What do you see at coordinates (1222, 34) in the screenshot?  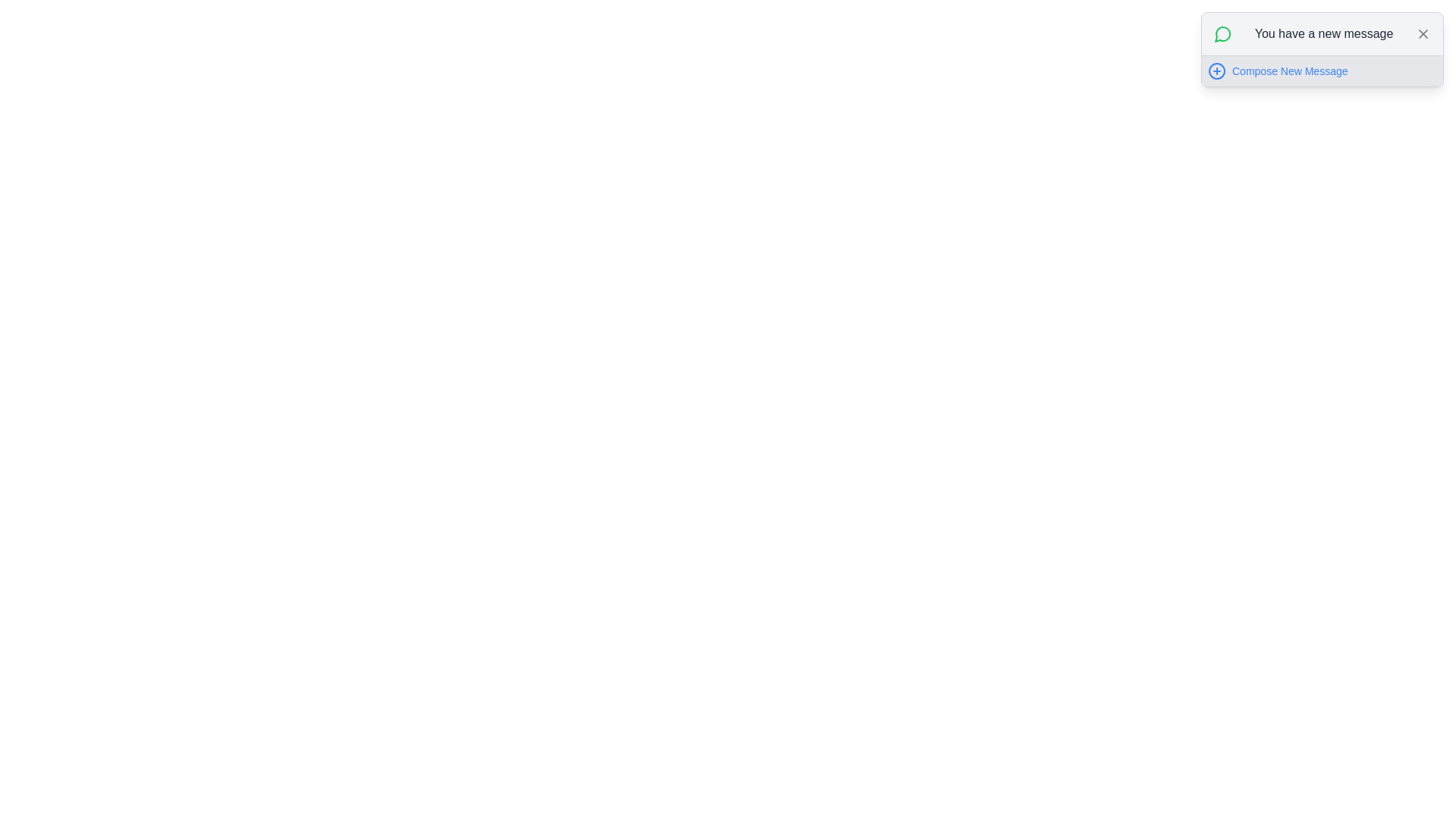 I see `the messaging notification icon located at the left side of the notification bar, which indicates the presence of a new message` at bounding box center [1222, 34].